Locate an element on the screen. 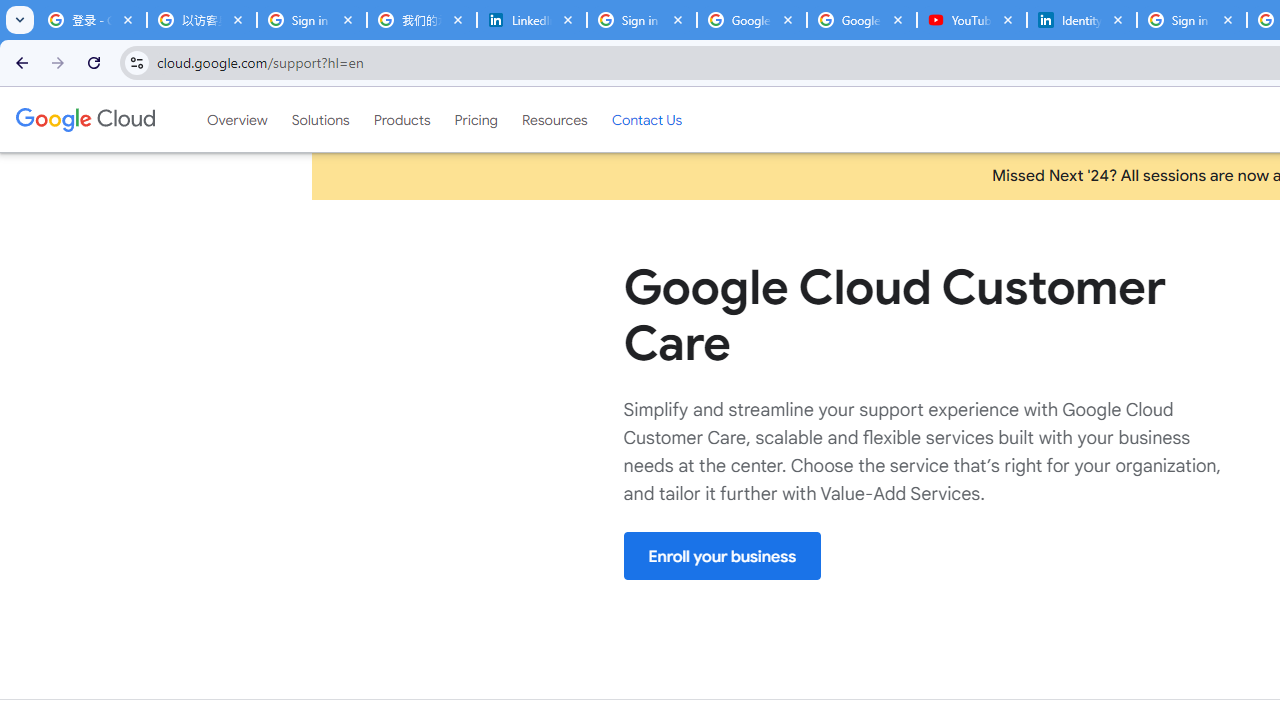  'Contact Us' is located at coordinates (647, 119).